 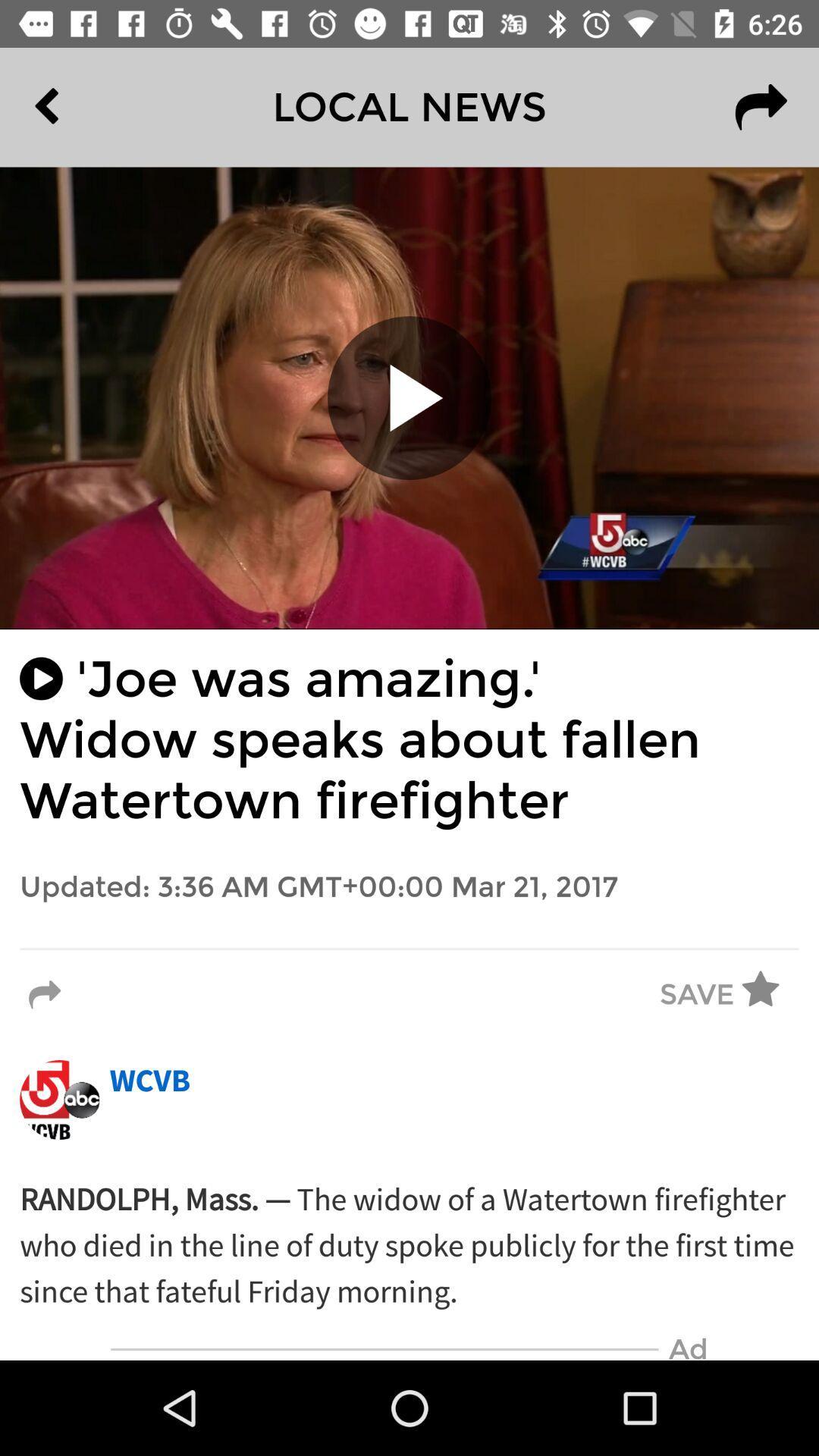 I want to click on the updated 3 36 item, so click(x=409, y=887).